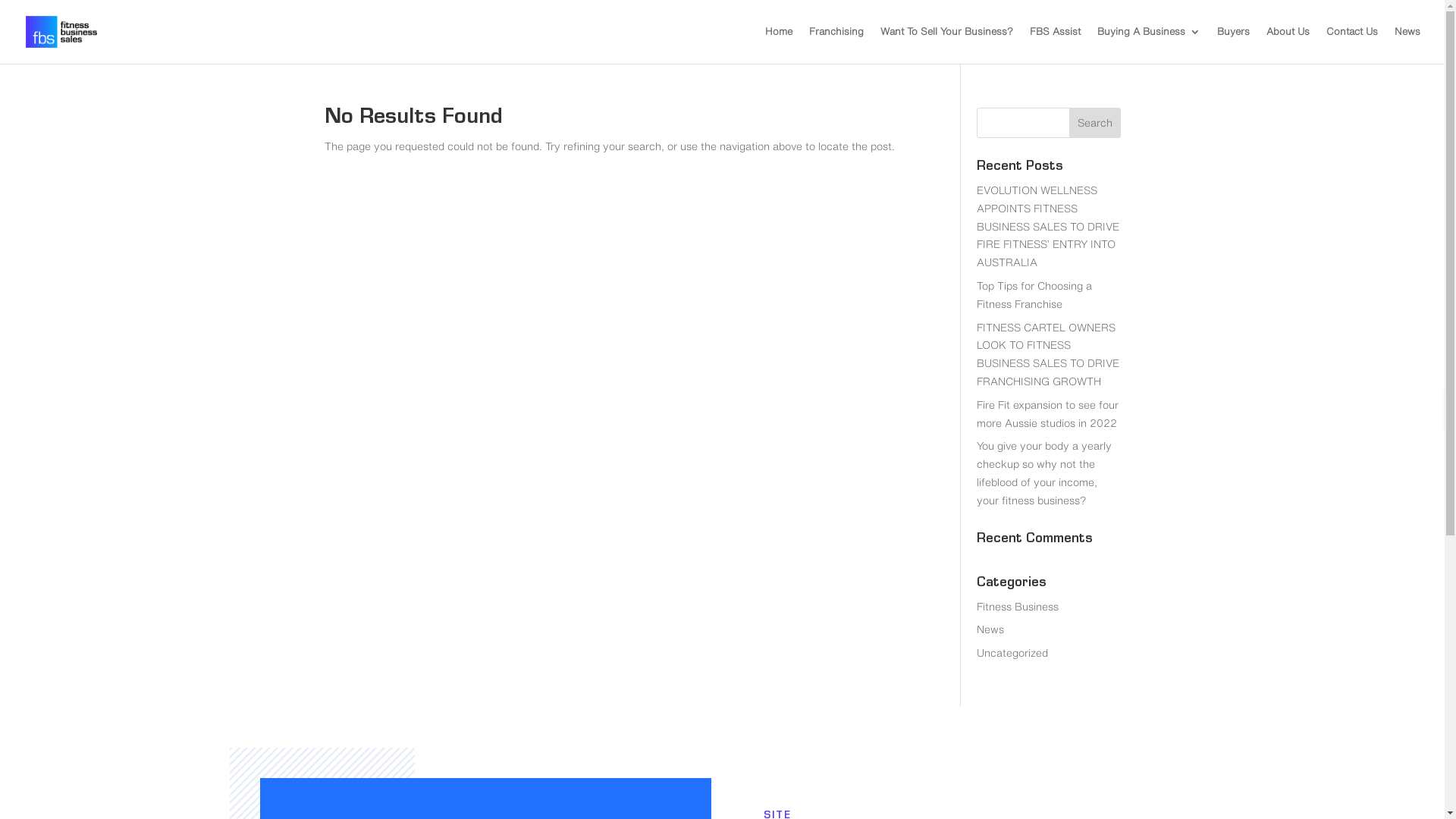 Image resolution: width=1456 pixels, height=819 pixels. I want to click on 'Fitness Business', so click(1018, 605).